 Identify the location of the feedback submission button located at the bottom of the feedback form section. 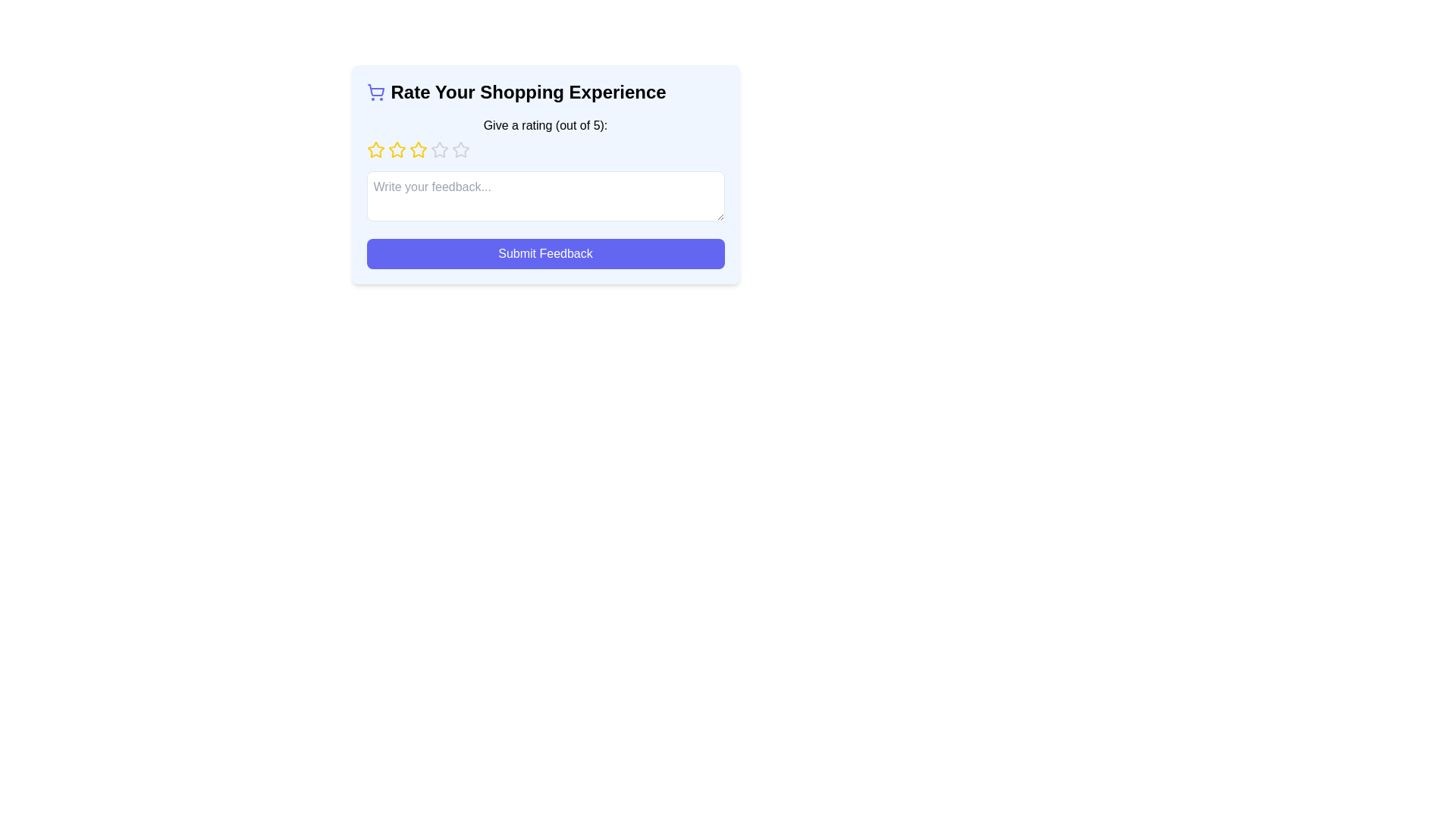
(545, 253).